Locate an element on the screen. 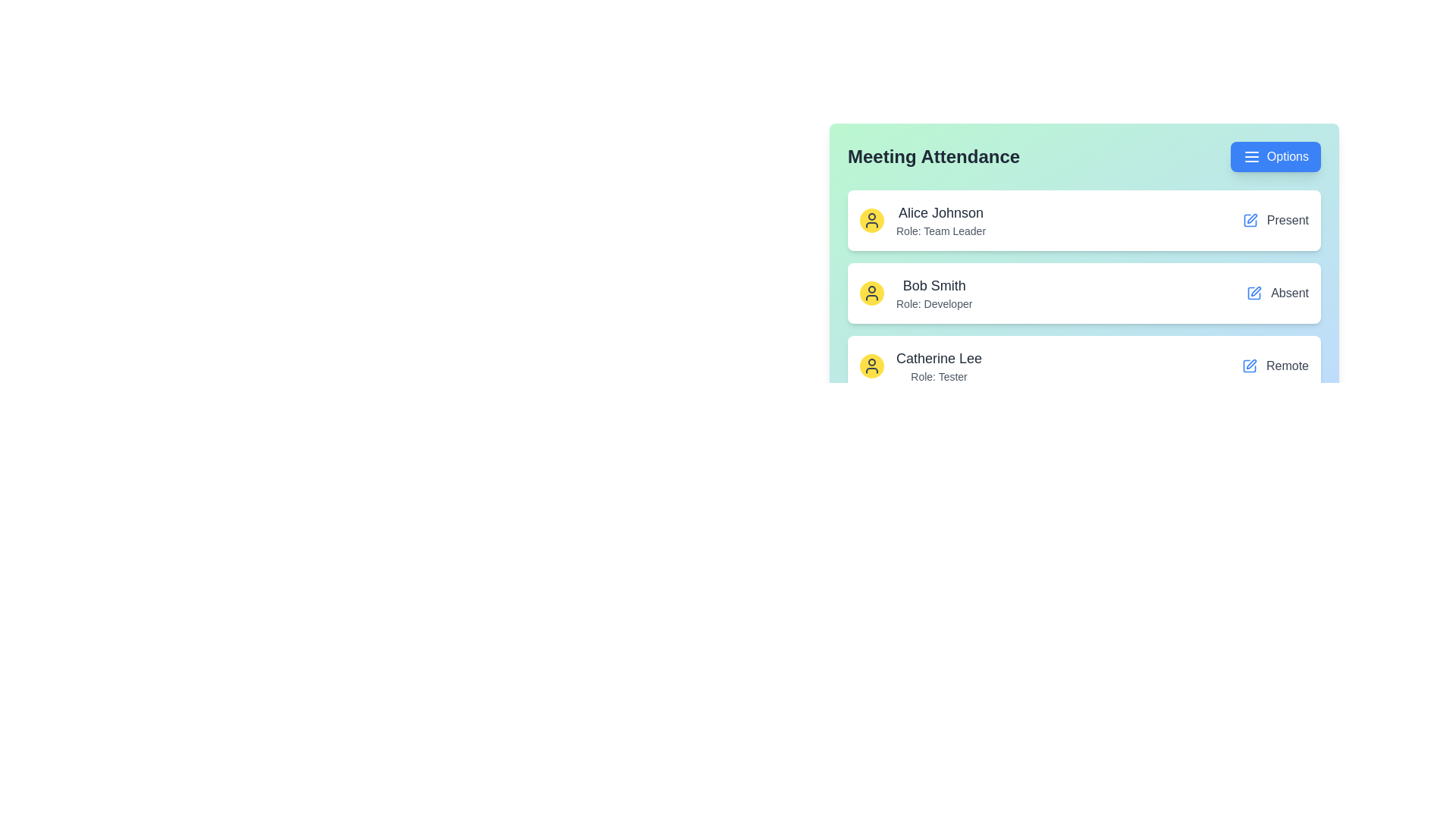 The height and width of the screenshot is (819, 1456). text label displaying 'Bob Smith', which serves as the title for the participant in the second card of the vertical list is located at coordinates (934, 286).